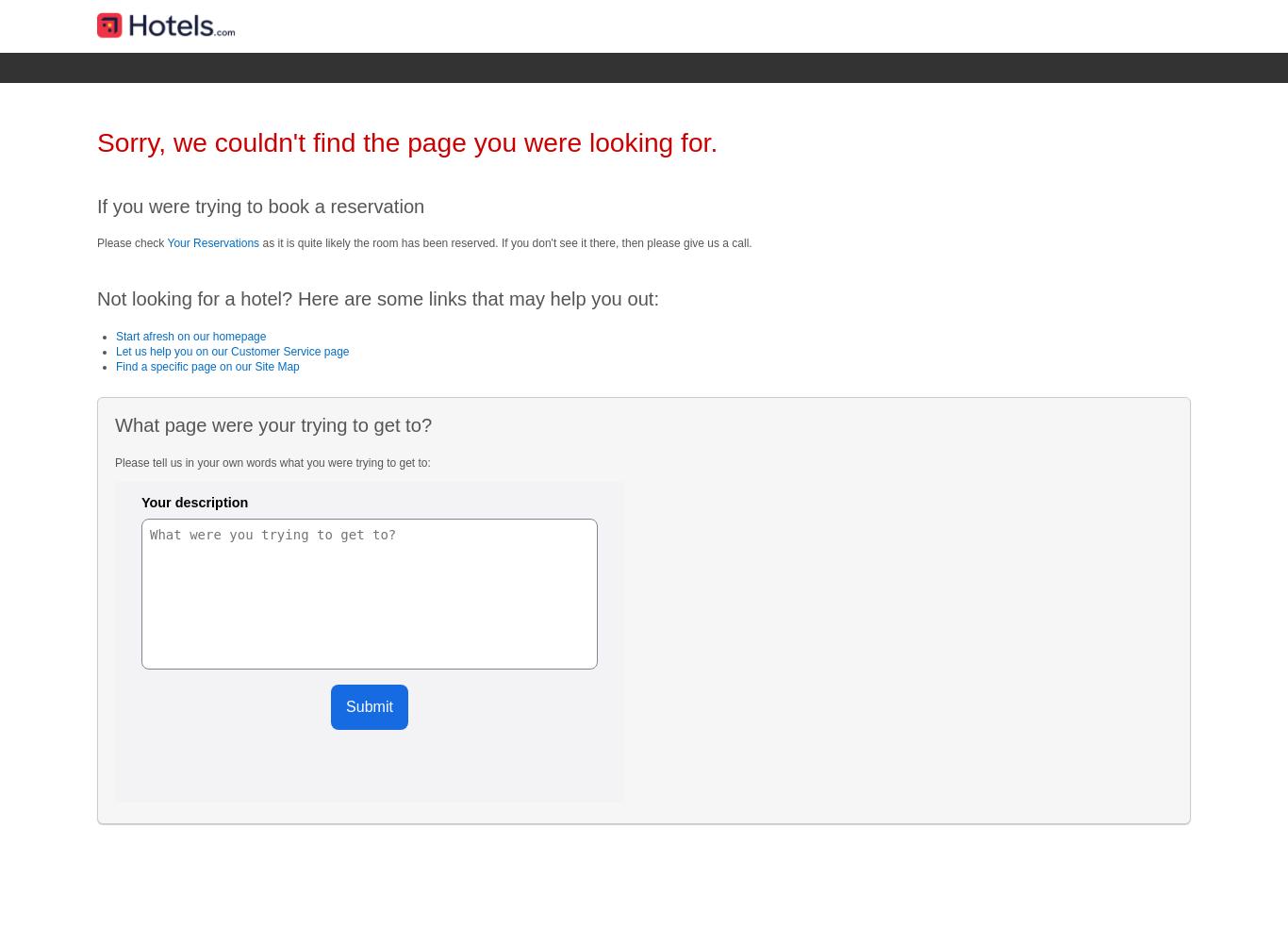 This screenshot has height=943, width=1288. What do you see at coordinates (260, 205) in the screenshot?
I see `'If you were trying to book a reservation'` at bounding box center [260, 205].